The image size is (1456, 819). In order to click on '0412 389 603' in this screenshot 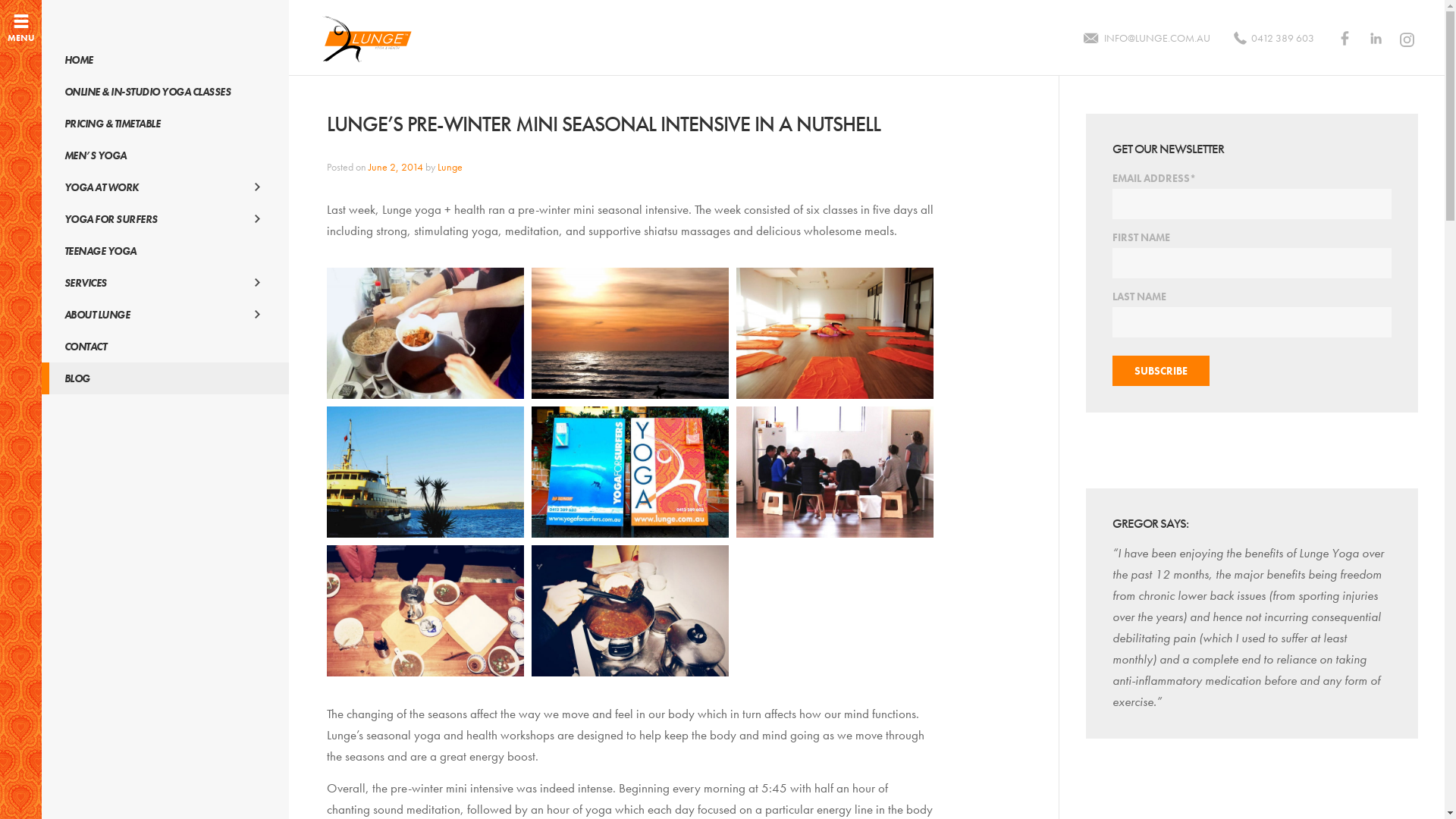, I will do `click(1231, 37)`.